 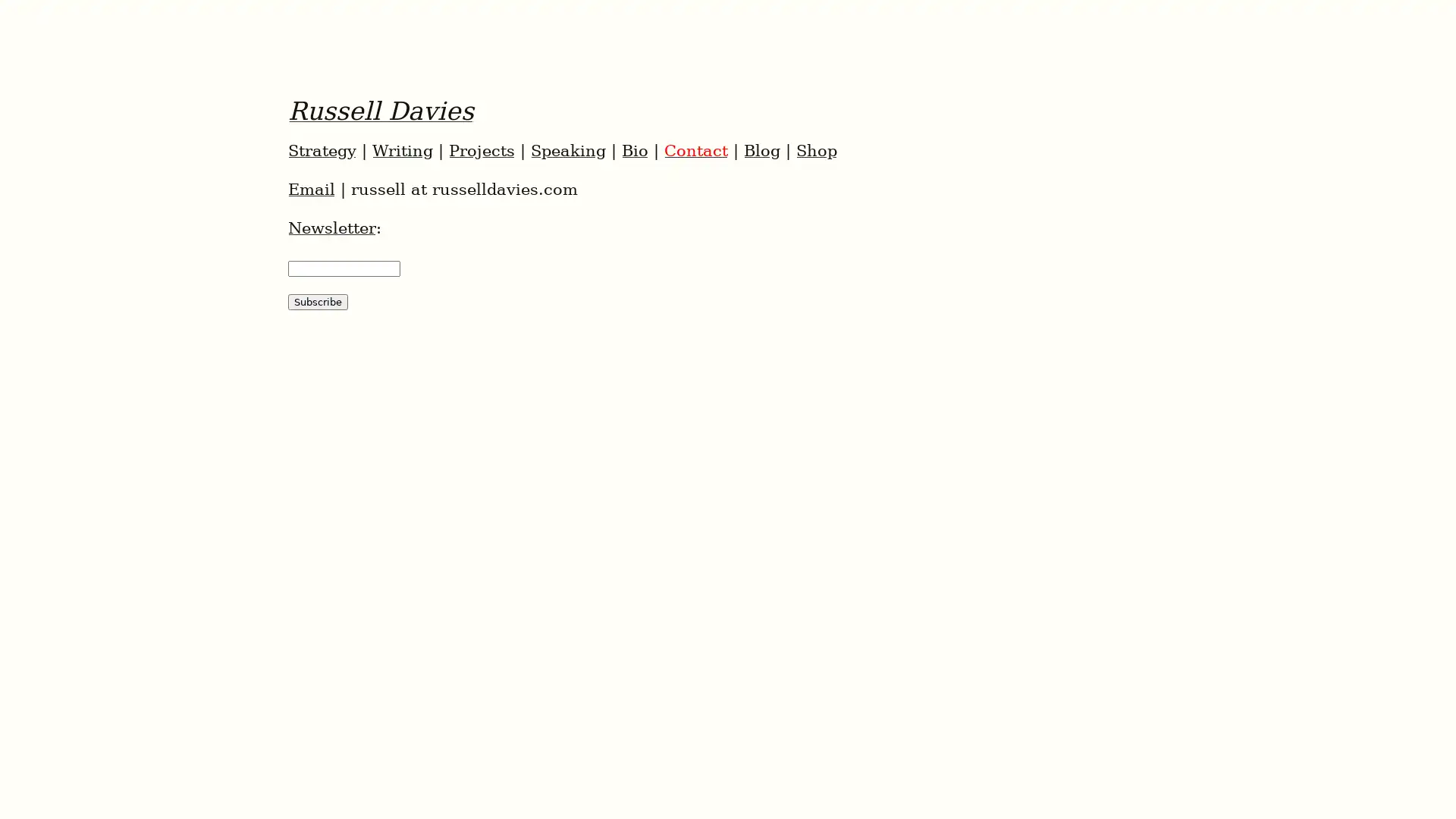 What do you see at coordinates (317, 301) in the screenshot?
I see `Subscribe` at bounding box center [317, 301].